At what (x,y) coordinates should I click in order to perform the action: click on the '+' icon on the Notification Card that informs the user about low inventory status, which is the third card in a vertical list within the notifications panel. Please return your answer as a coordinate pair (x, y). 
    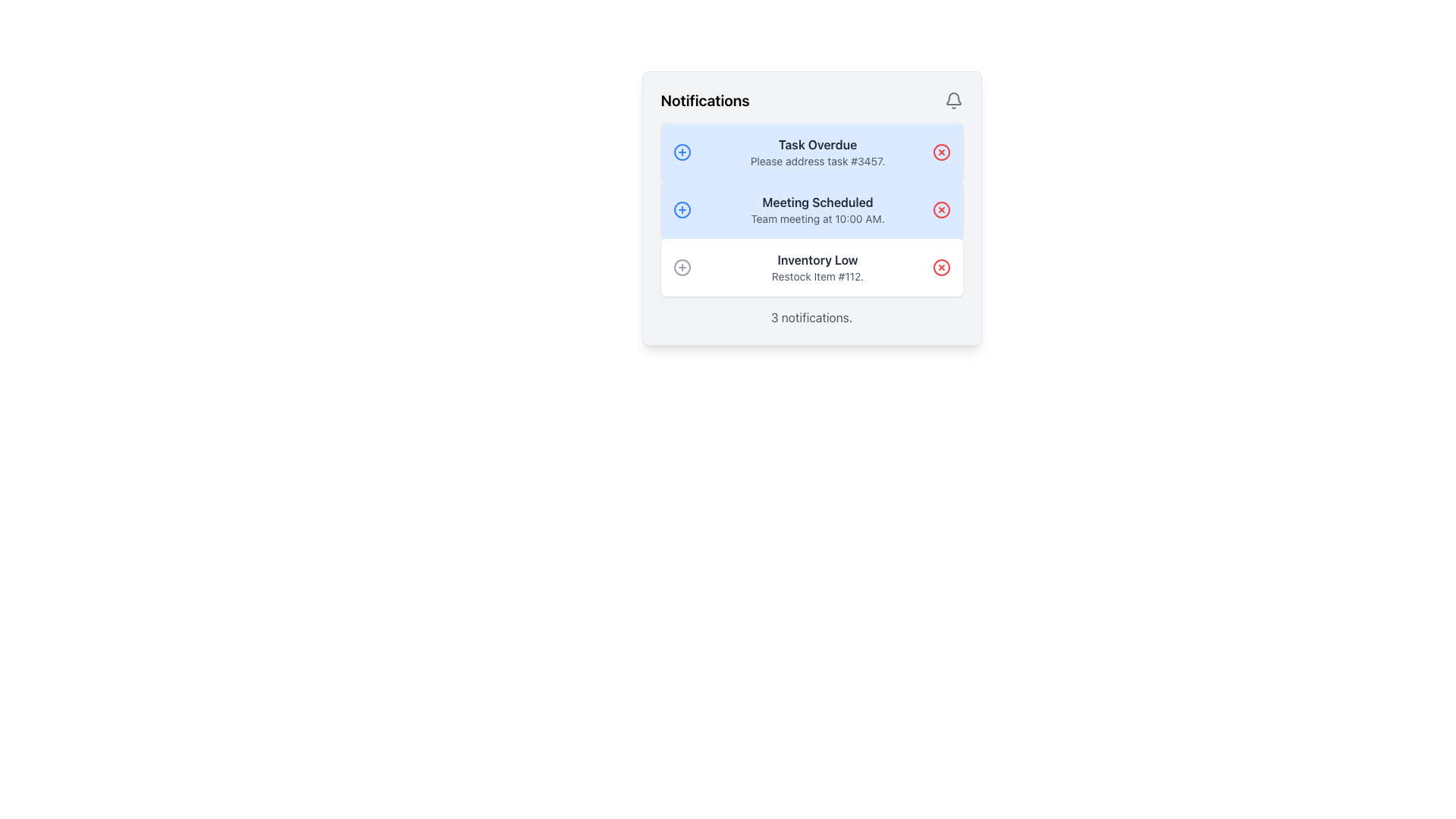
    Looking at the image, I should click on (811, 267).